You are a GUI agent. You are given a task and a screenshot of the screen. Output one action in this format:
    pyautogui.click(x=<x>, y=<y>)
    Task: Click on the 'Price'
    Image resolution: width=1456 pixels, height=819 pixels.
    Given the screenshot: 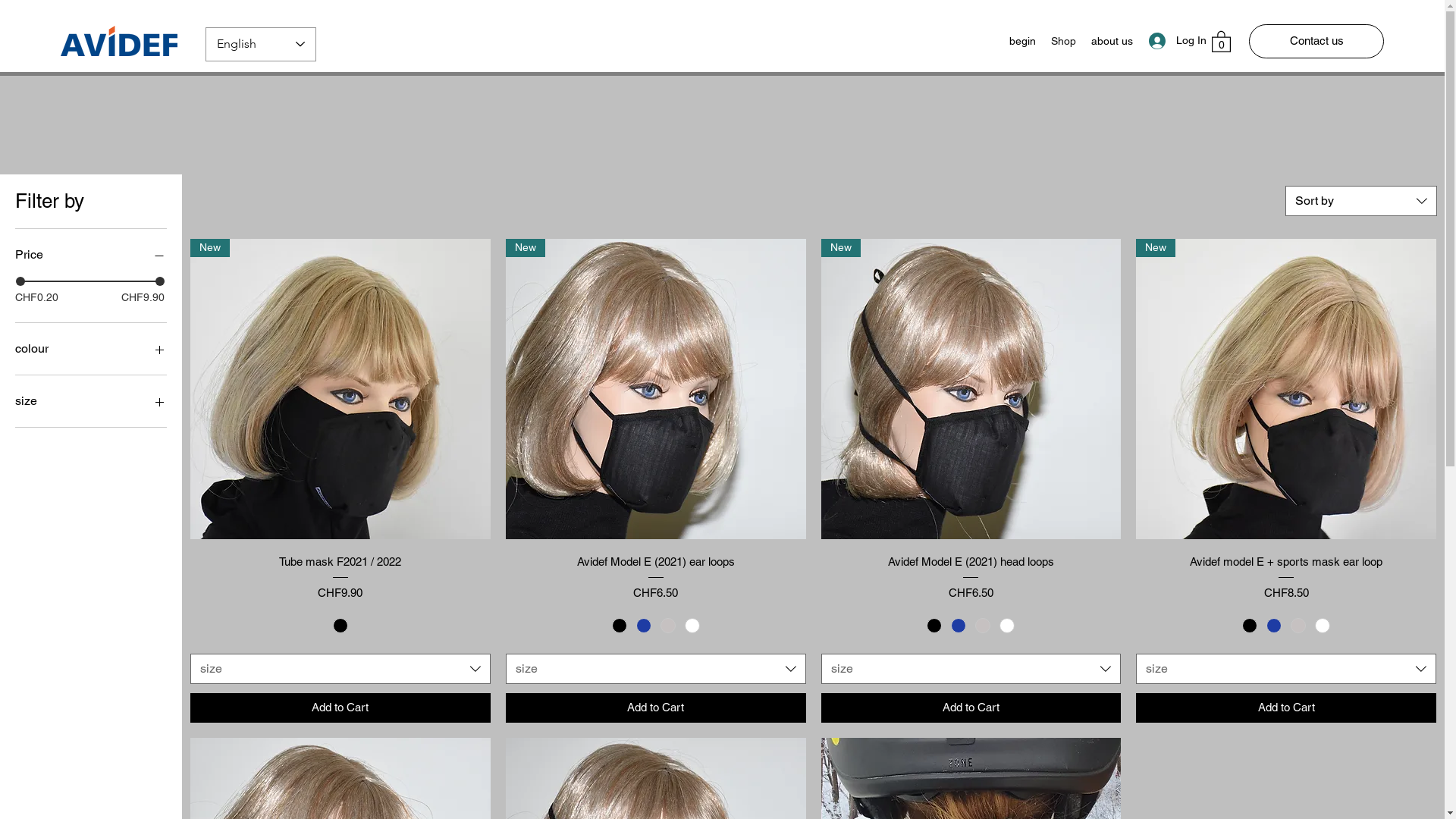 What is the action you would take?
    pyautogui.click(x=14, y=253)
    